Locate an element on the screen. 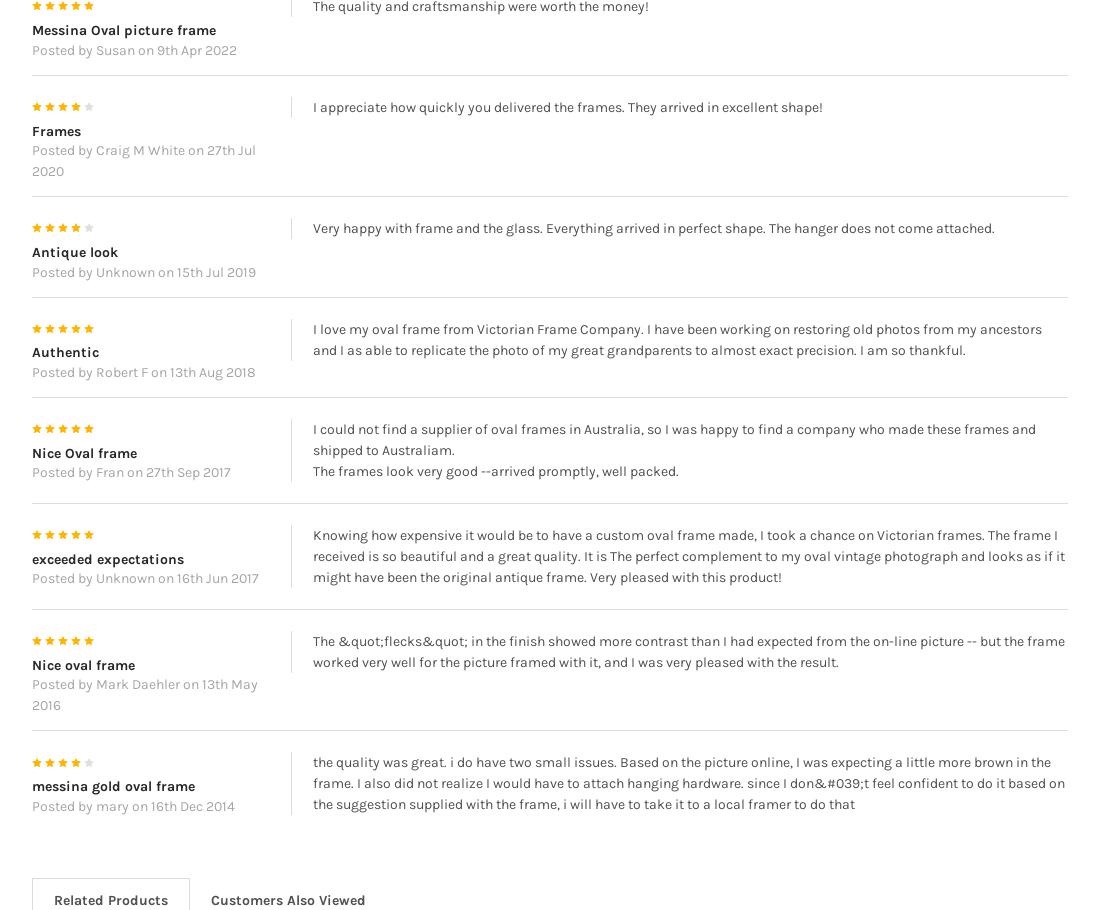 This screenshot has width=1100, height=910. 'Frames' is located at coordinates (54, 158).